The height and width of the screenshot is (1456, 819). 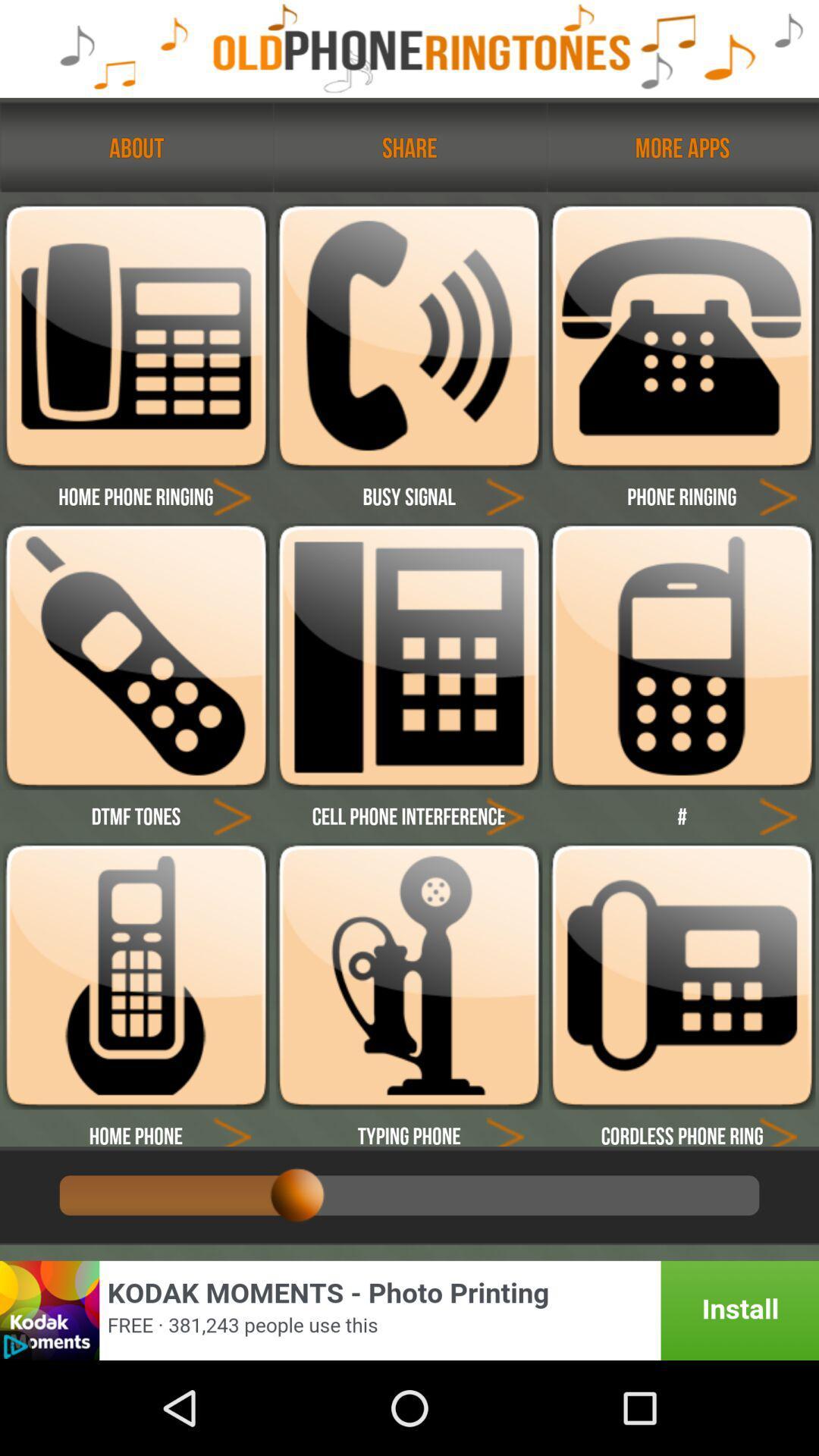 I want to click on open the ringtone menu, so click(x=135, y=656).